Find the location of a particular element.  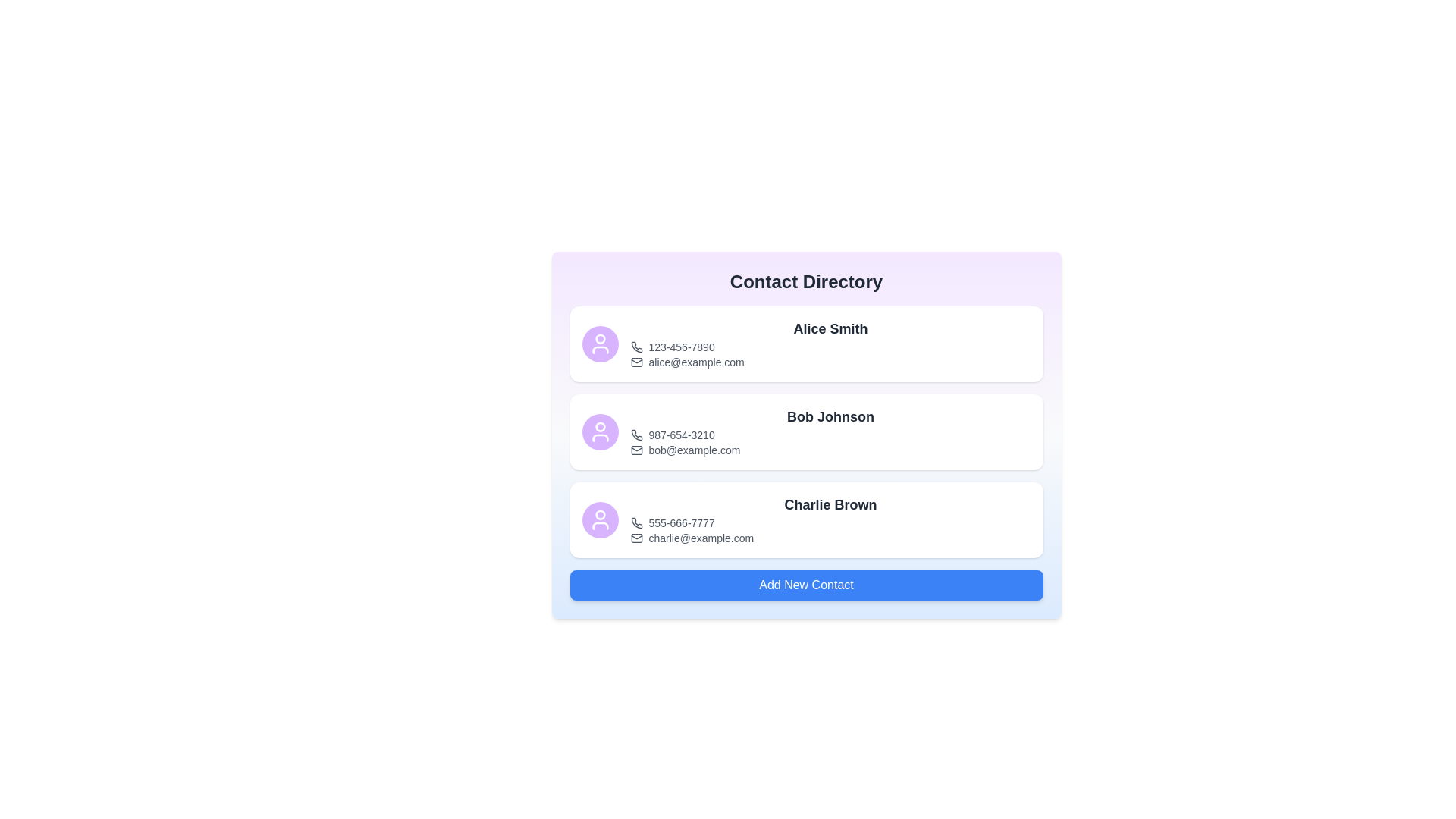

the 'Add New Contact' button to initiate the process of adding a new contact is located at coordinates (805, 584).